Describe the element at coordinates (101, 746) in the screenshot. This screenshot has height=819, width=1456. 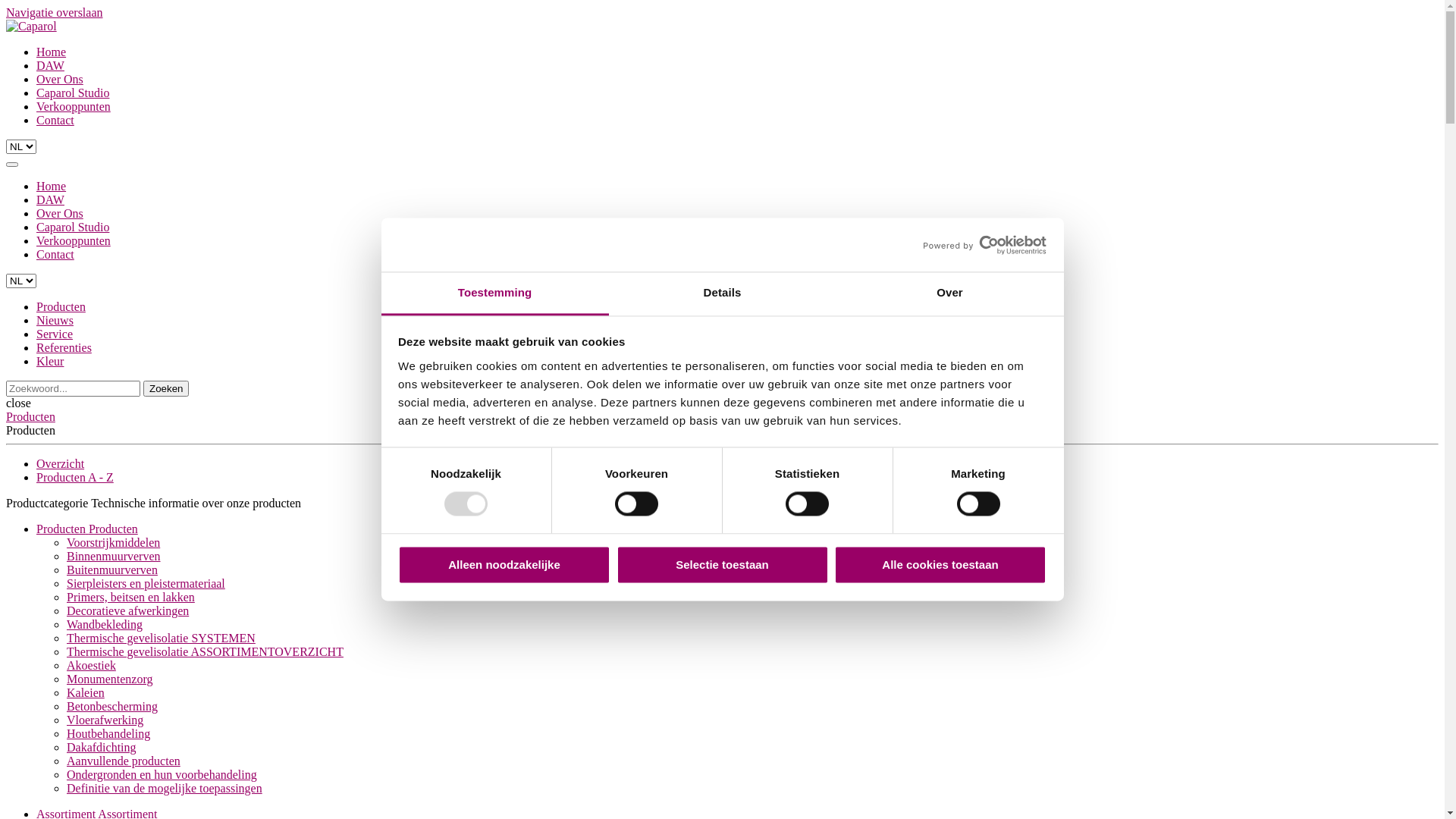
I see `'Dakafdichting'` at that location.